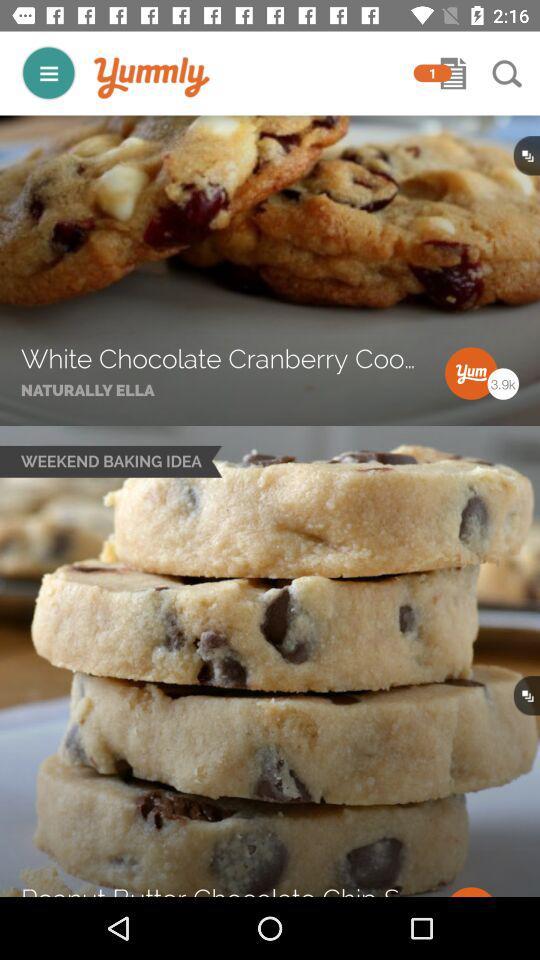 The height and width of the screenshot is (960, 540). What do you see at coordinates (526, 155) in the screenshot?
I see `black button in first image` at bounding box center [526, 155].